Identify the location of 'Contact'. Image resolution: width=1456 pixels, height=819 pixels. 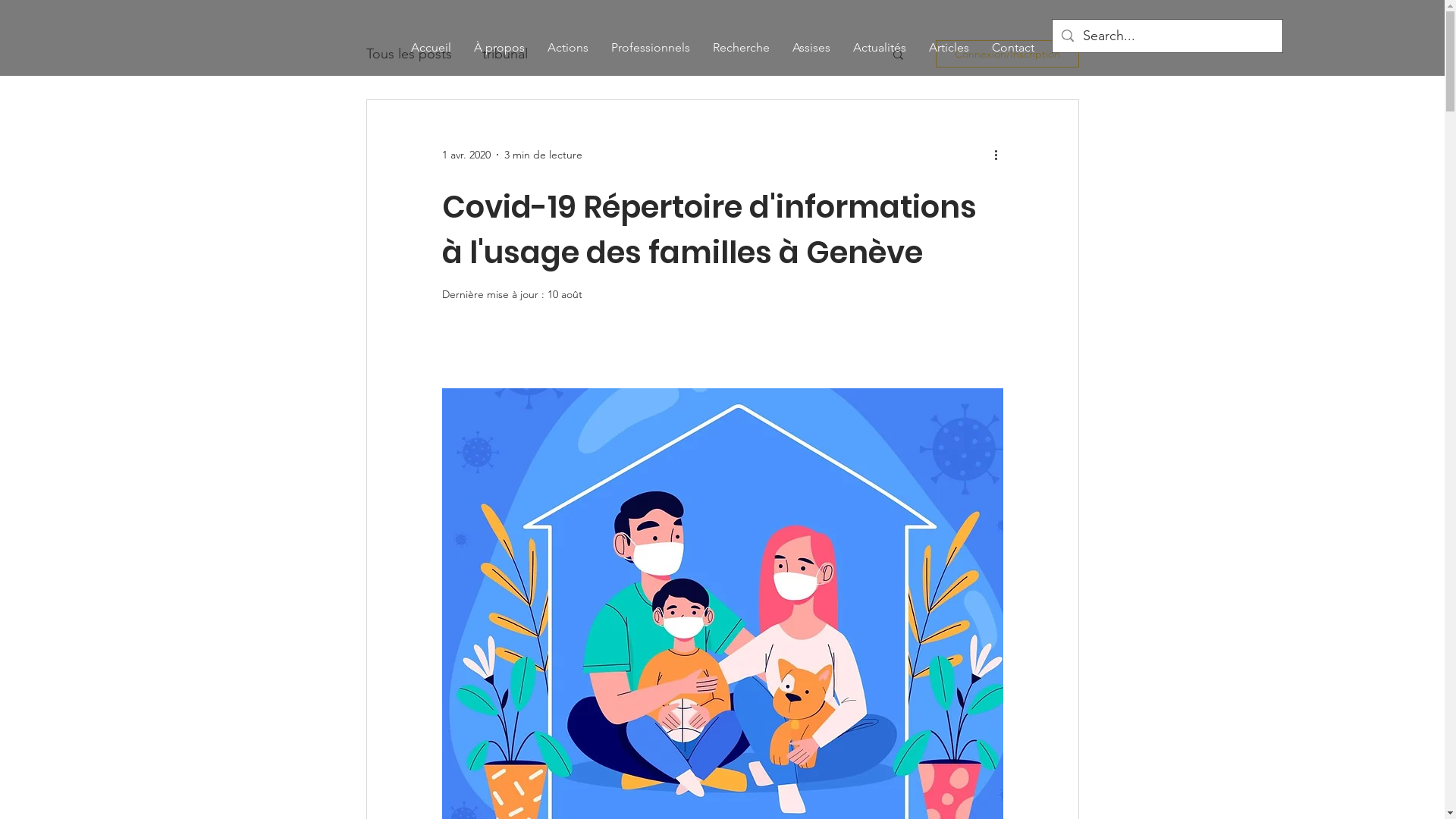
(1012, 46).